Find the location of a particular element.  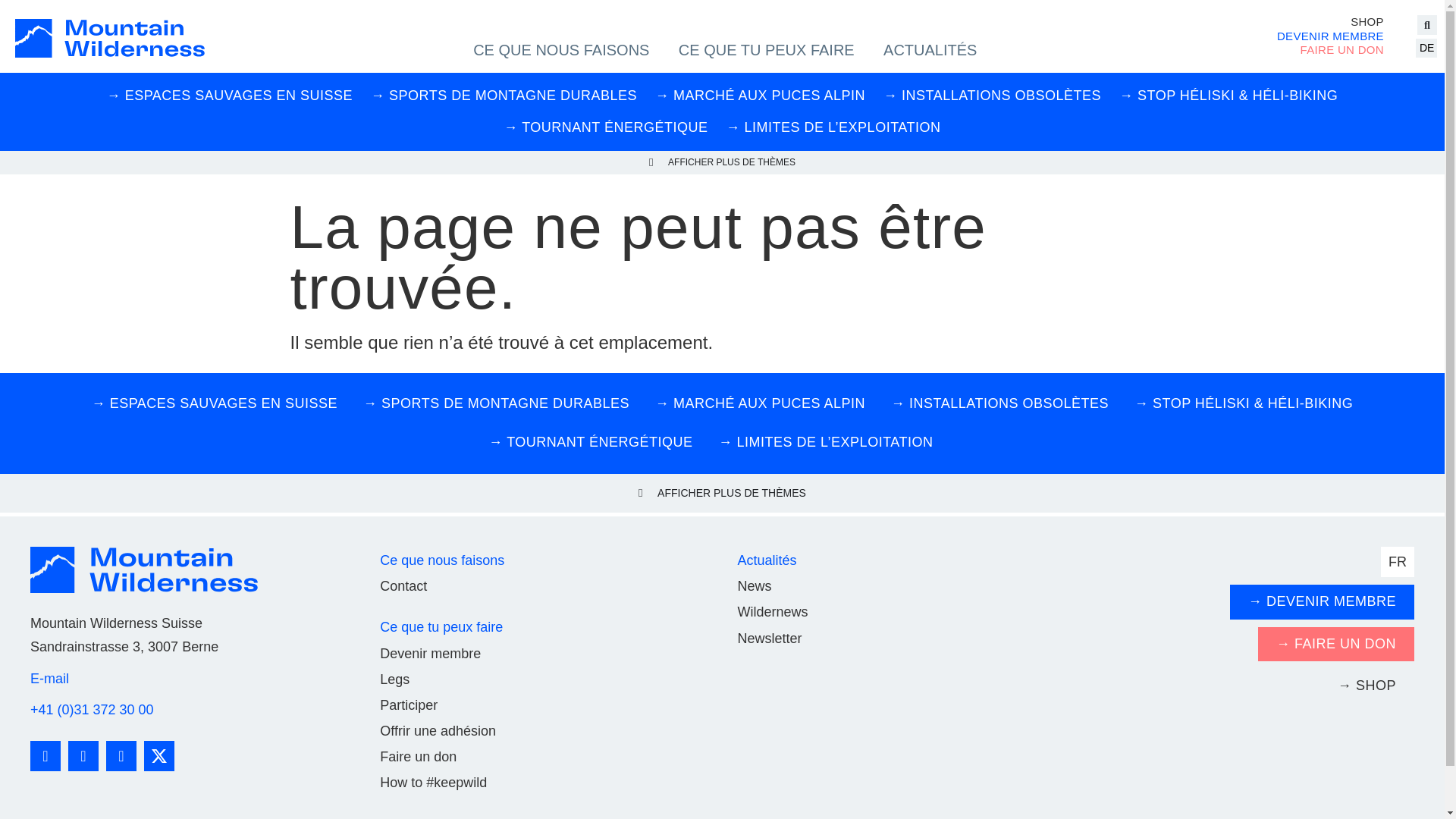

'How to #keepwild' is located at coordinates (379, 783).